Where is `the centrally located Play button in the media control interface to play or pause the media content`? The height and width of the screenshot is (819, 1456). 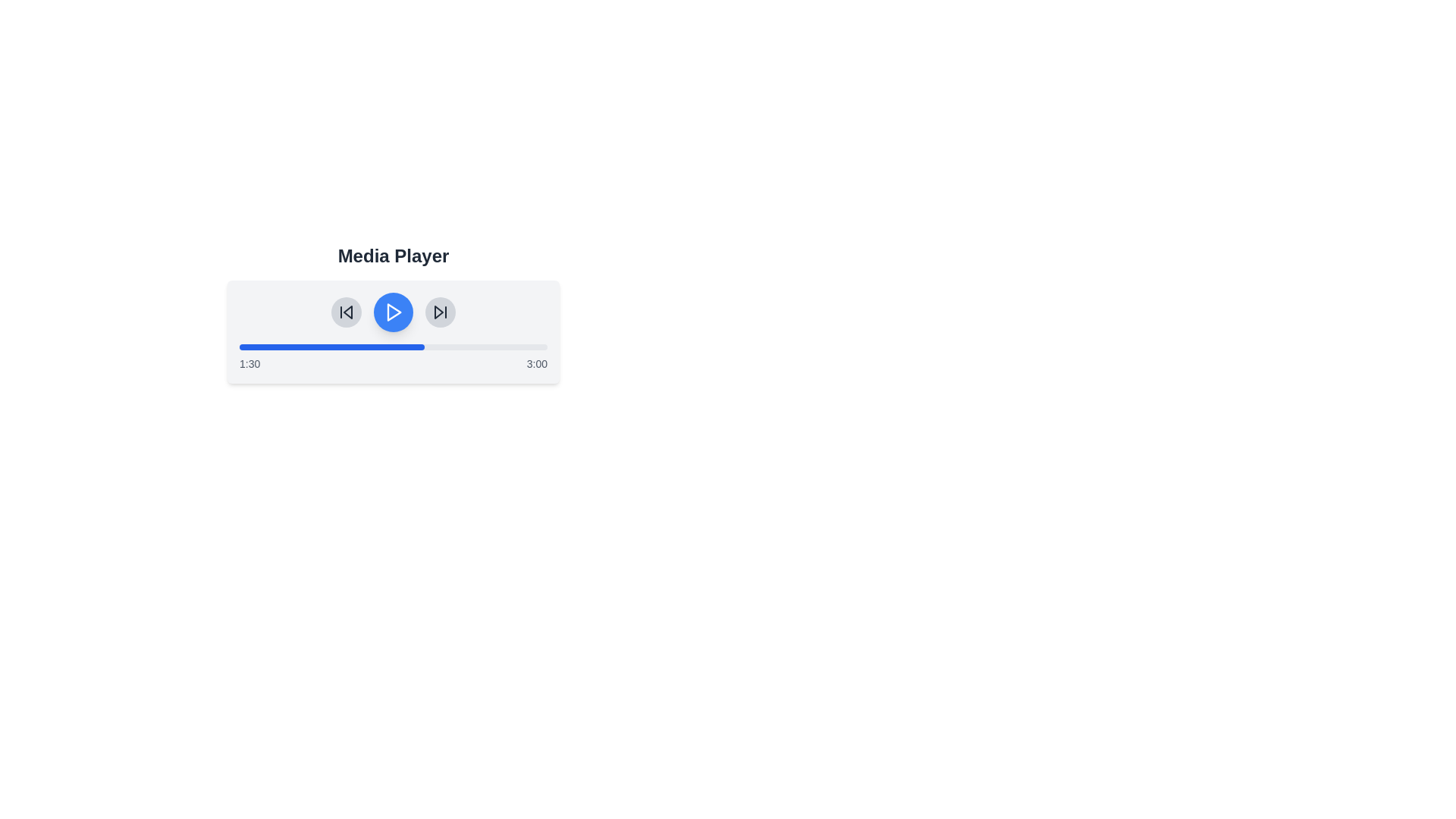 the centrally located Play button in the media control interface to play or pause the media content is located at coordinates (394, 312).